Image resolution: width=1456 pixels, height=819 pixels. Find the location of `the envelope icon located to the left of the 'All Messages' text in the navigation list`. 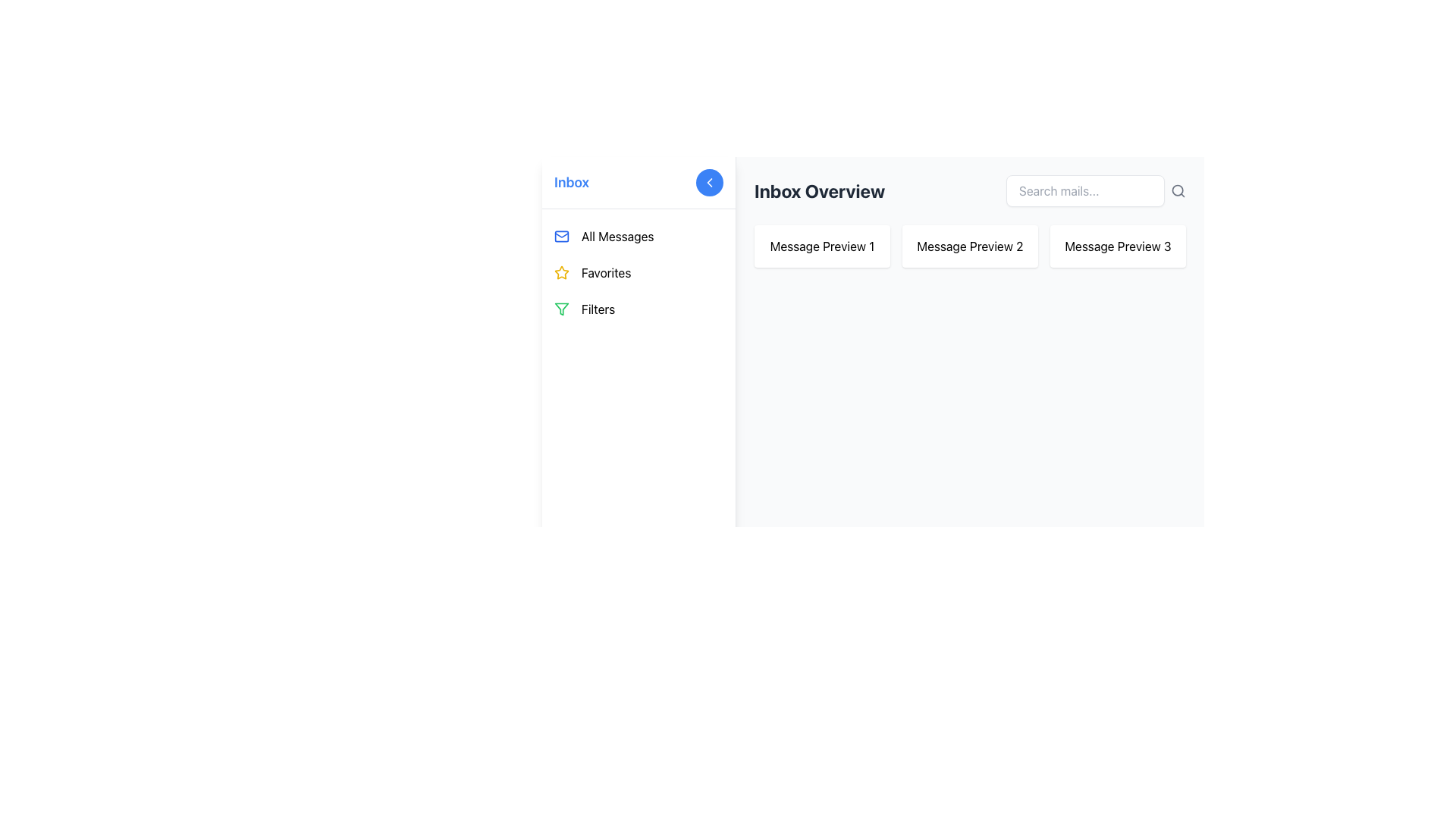

the envelope icon located to the left of the 'All Messages' text in the navigation list is located at coordinates (560, 237).